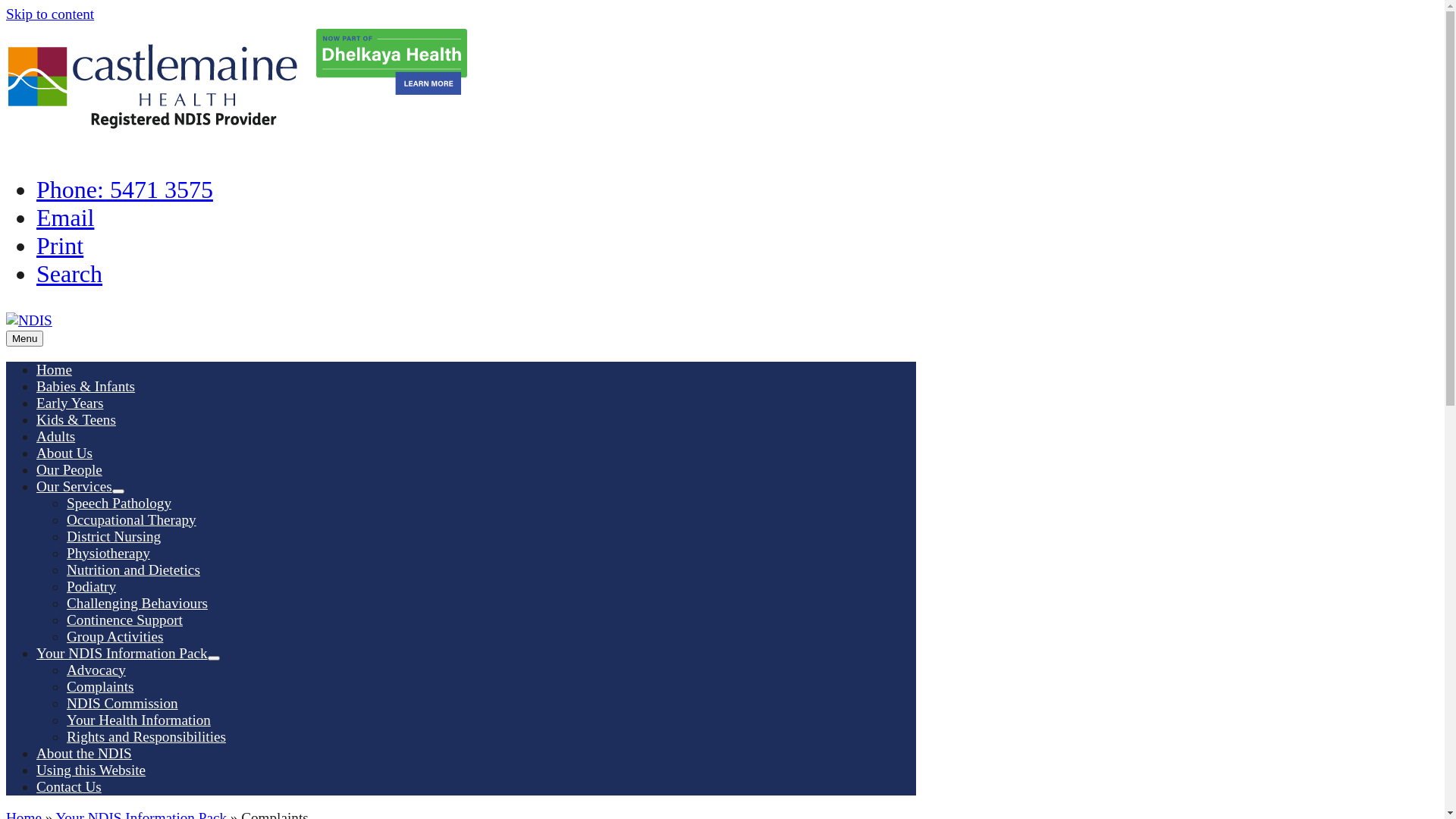  I want to click on 'Early Years', so click(68, 402).